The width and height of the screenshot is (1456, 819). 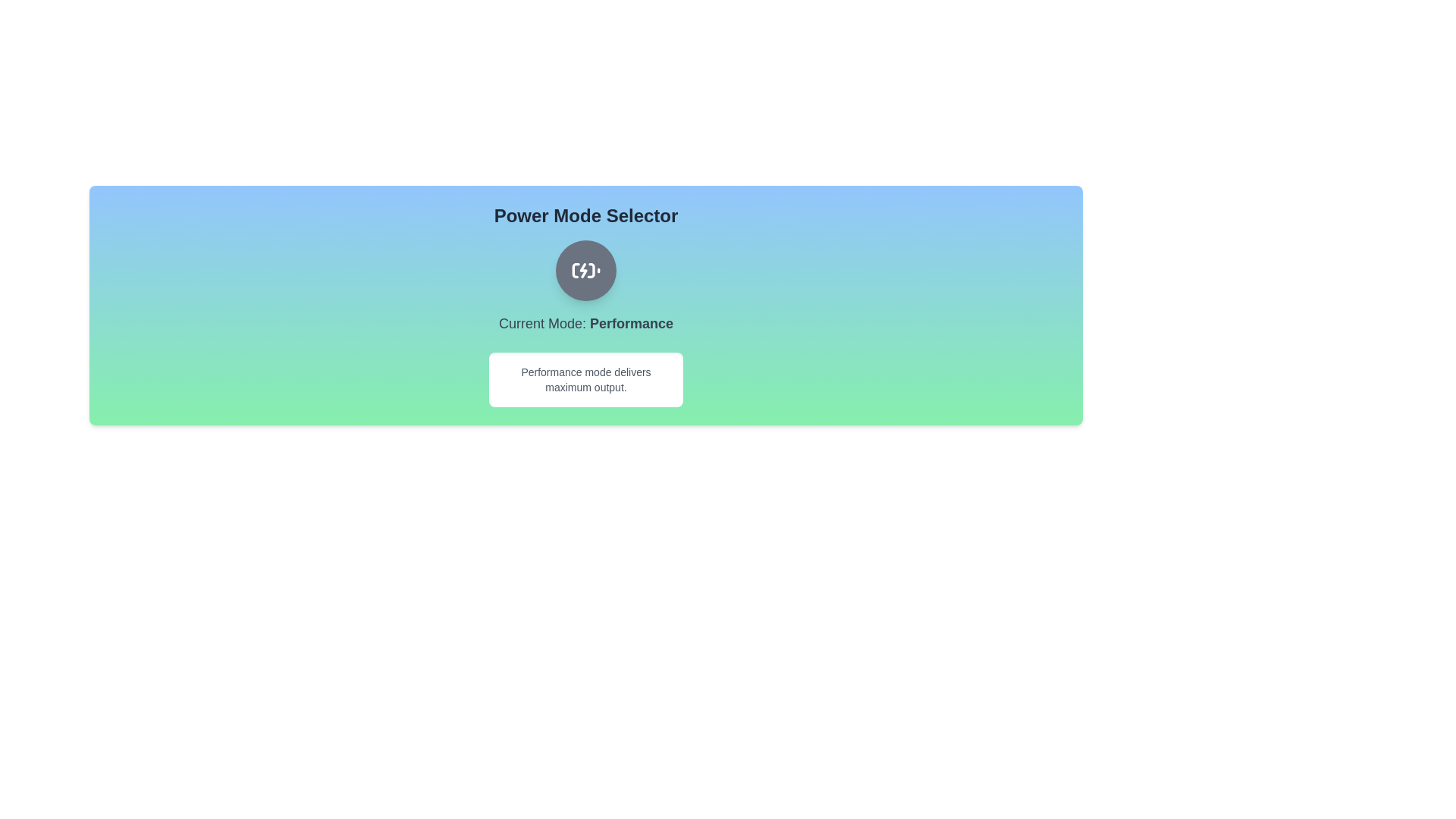 I want to click on the circular button to toggle the power mode, so click(x=585, y=270).